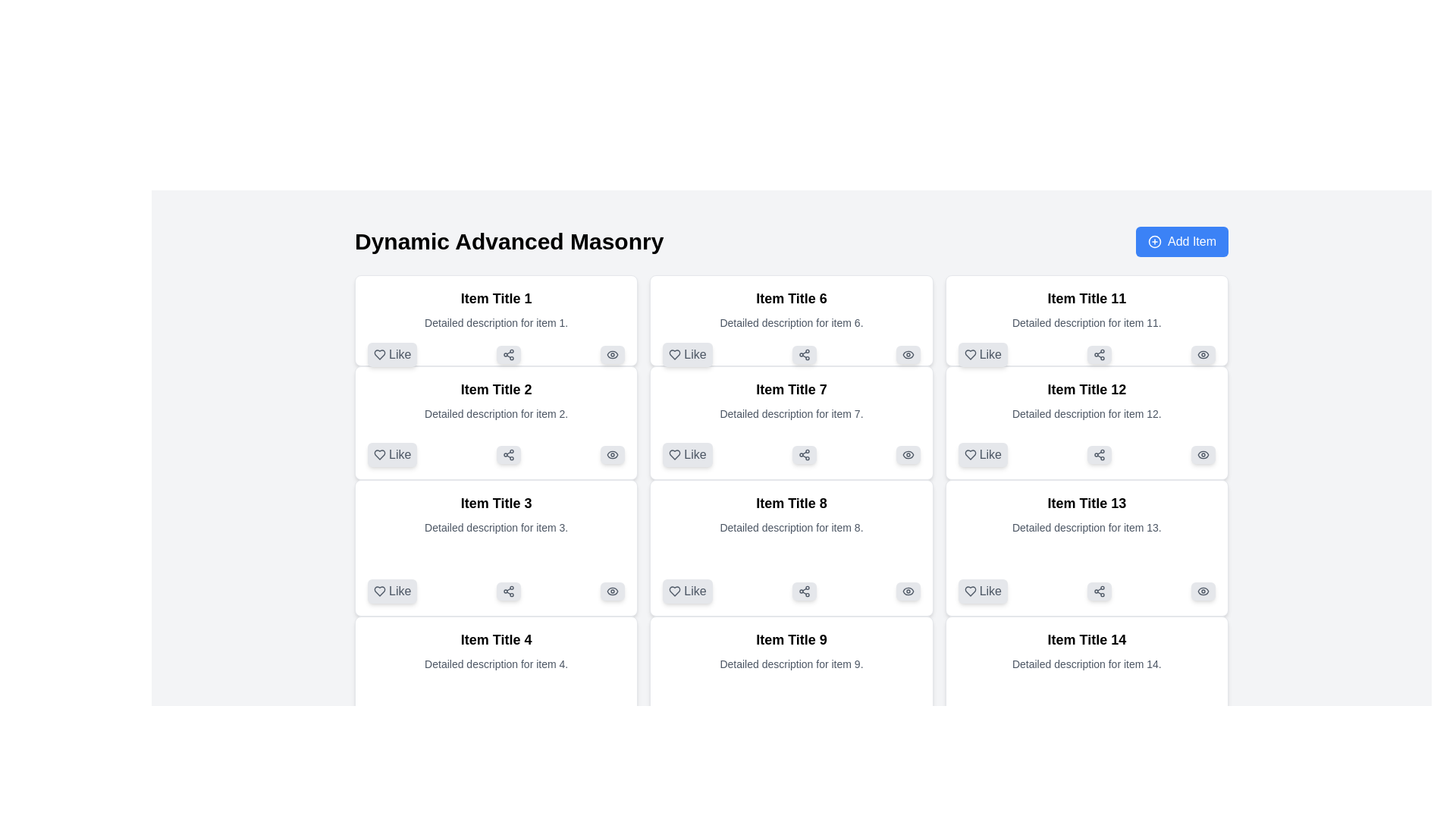 The width and height of the screenshot is (1456, 819). Describe the element at coordinates (908, 354) in the screenshot. I see `the Icon button located in the top-right corner of the card labeled 'Item Title 6' for keyboard interaction` at that location.